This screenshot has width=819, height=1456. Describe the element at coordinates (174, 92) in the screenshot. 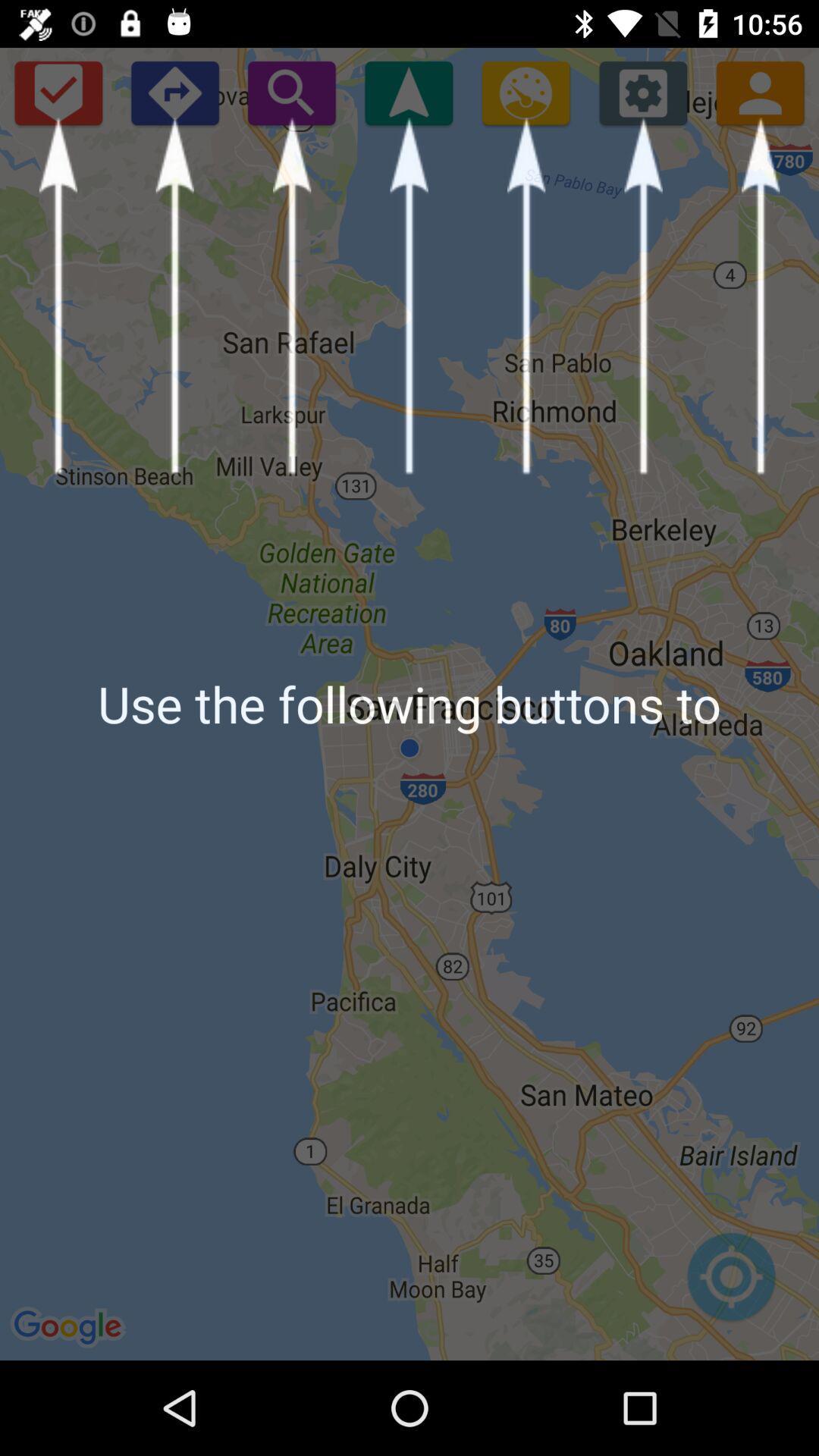

I see `one way` at that location.